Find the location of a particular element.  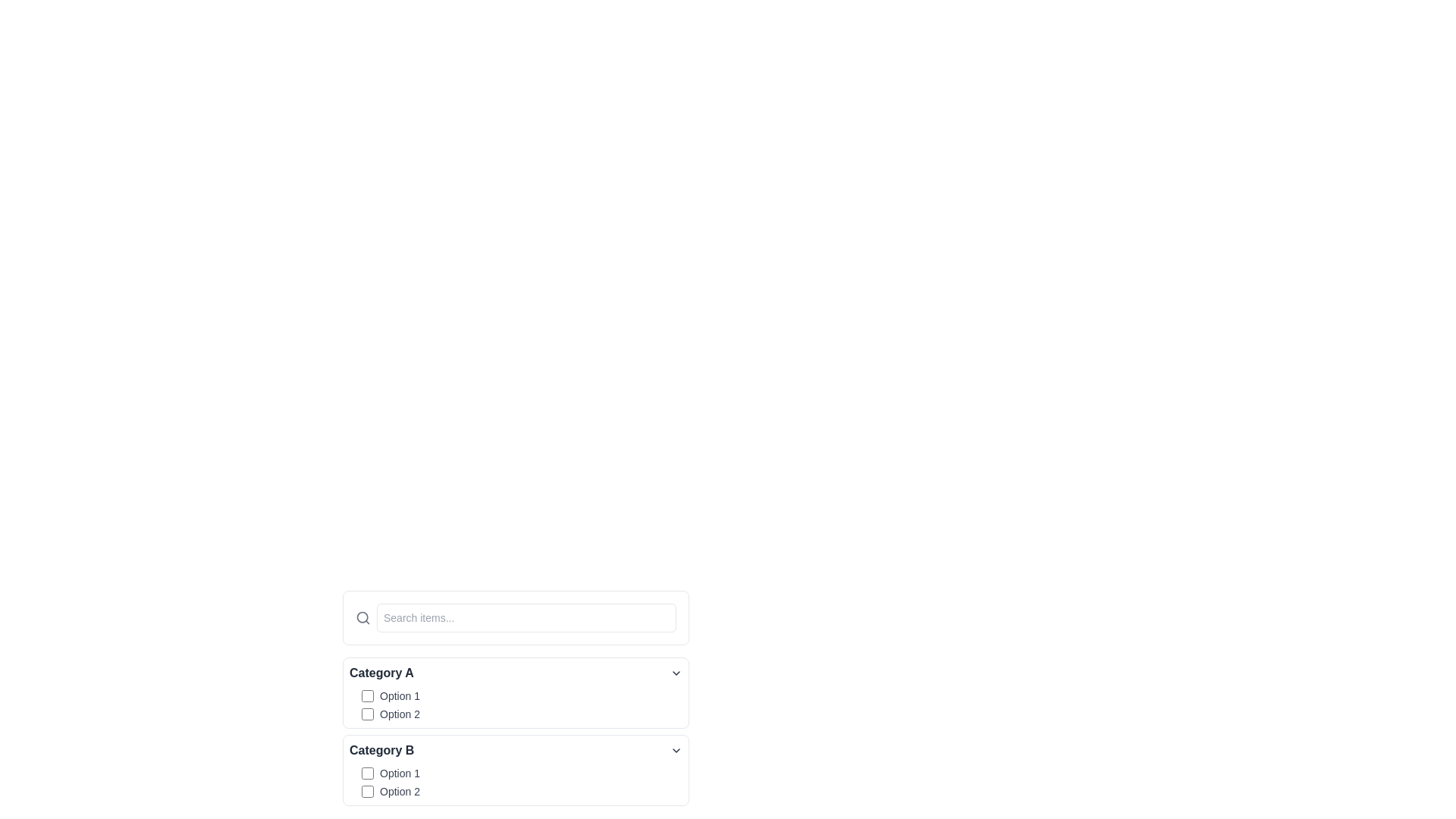

the checkbox labeled 'Option 2' under the 'Category A' section is located at coordinates (522, 714).